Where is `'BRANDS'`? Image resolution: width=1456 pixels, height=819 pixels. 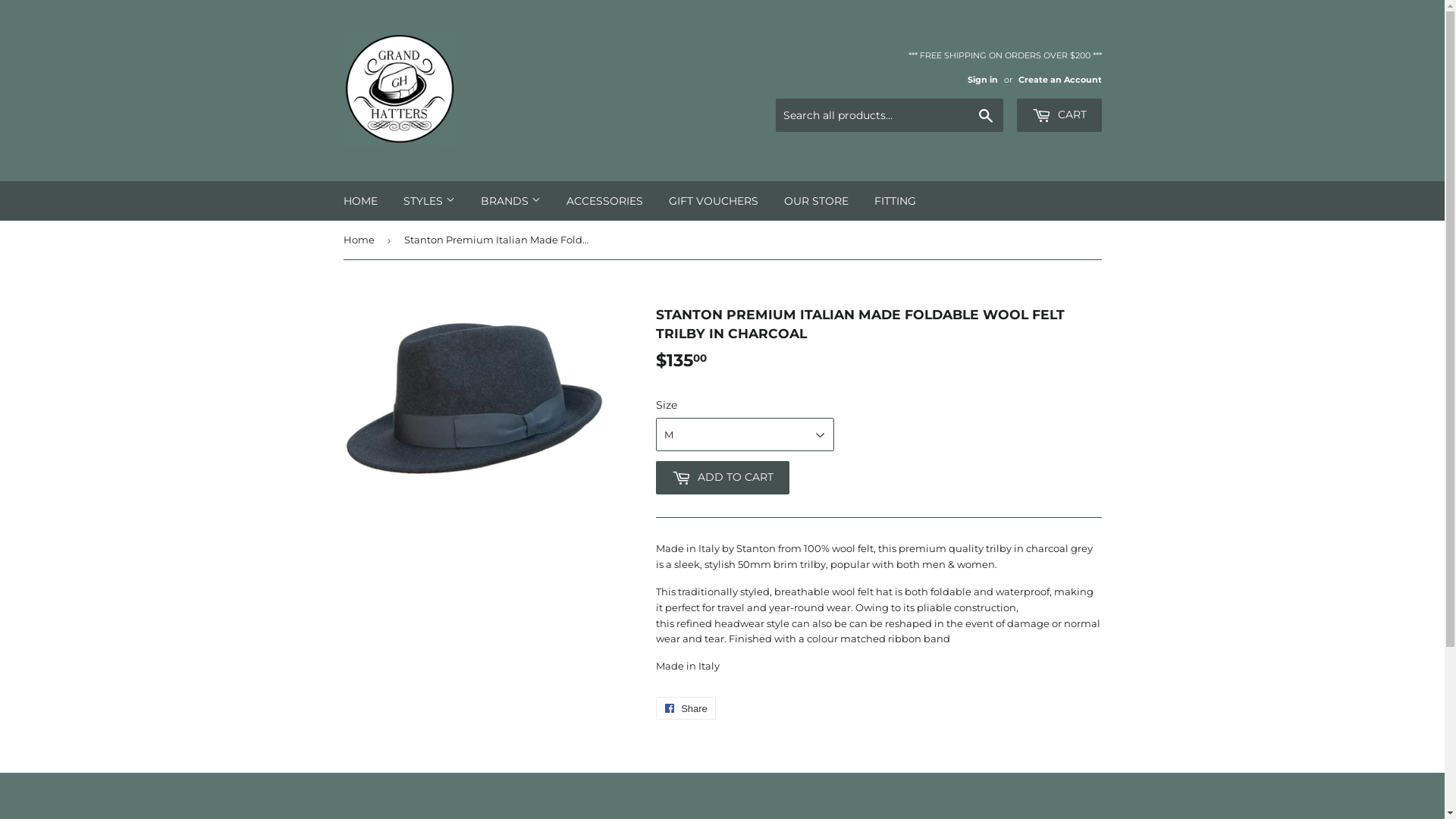 'BRANDS' is located at coordinates (510, 200).